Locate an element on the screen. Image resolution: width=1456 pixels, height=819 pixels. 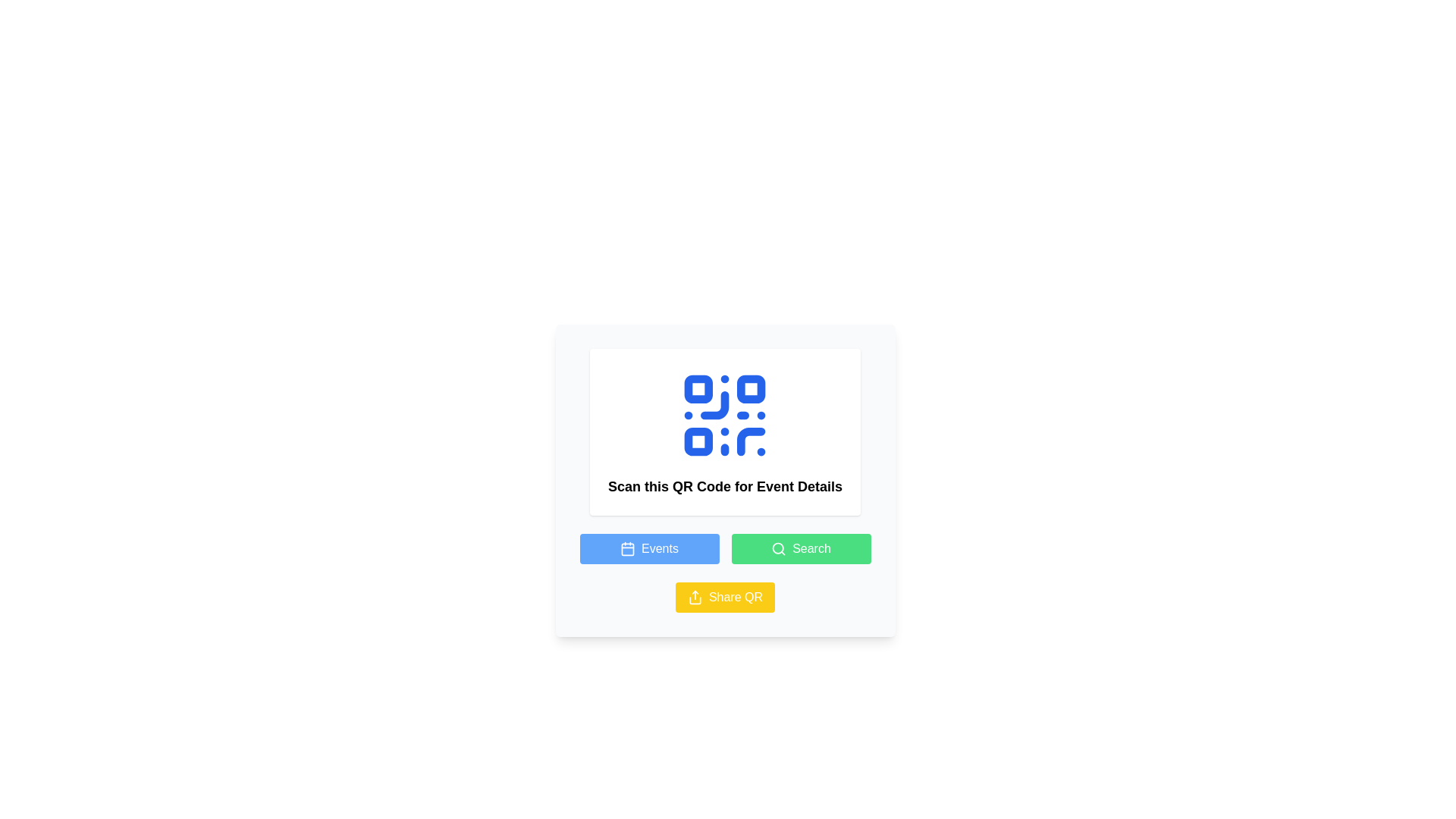
the search icon located inside the green 'Search' button, adjacent to the text label 'Search' is located at coordinates (779, 549).